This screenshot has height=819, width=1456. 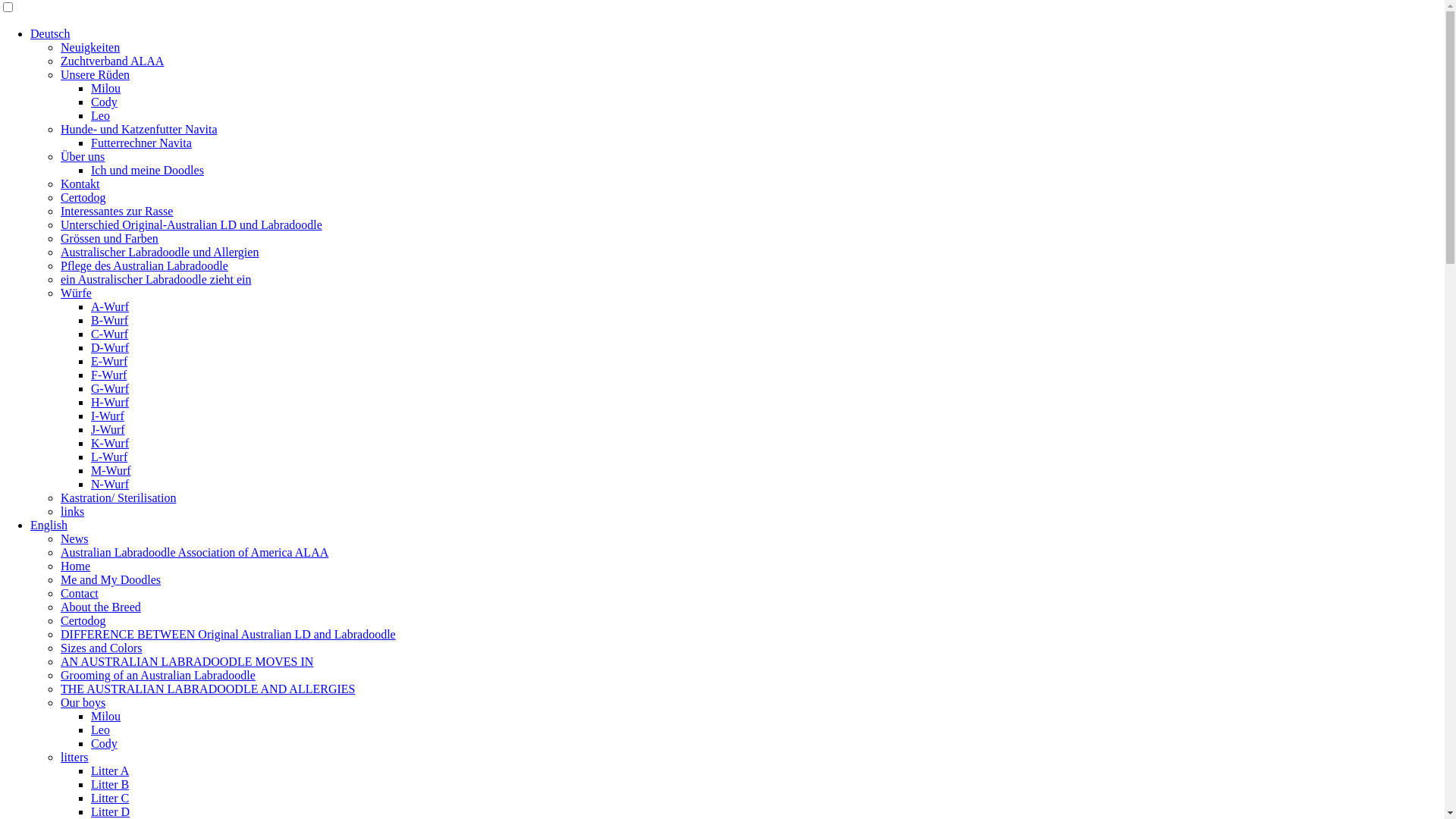 I want to click on 'I-Wurf', so click(x=107, y=416).